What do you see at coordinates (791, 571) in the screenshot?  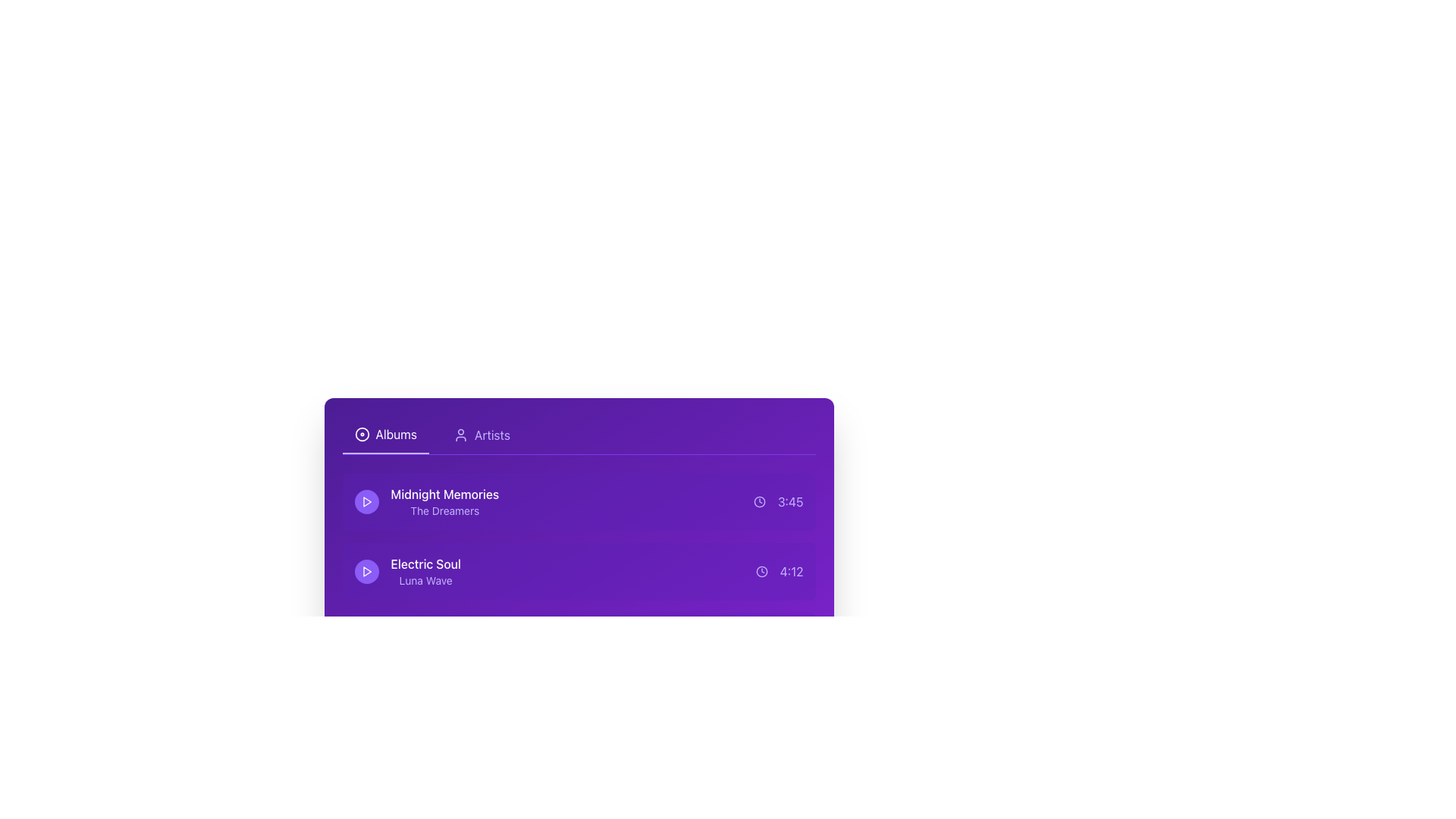 I see `the text label displaying the time '4:12' in violet color, located next to a clock icon` at bounding box center [791, 571].